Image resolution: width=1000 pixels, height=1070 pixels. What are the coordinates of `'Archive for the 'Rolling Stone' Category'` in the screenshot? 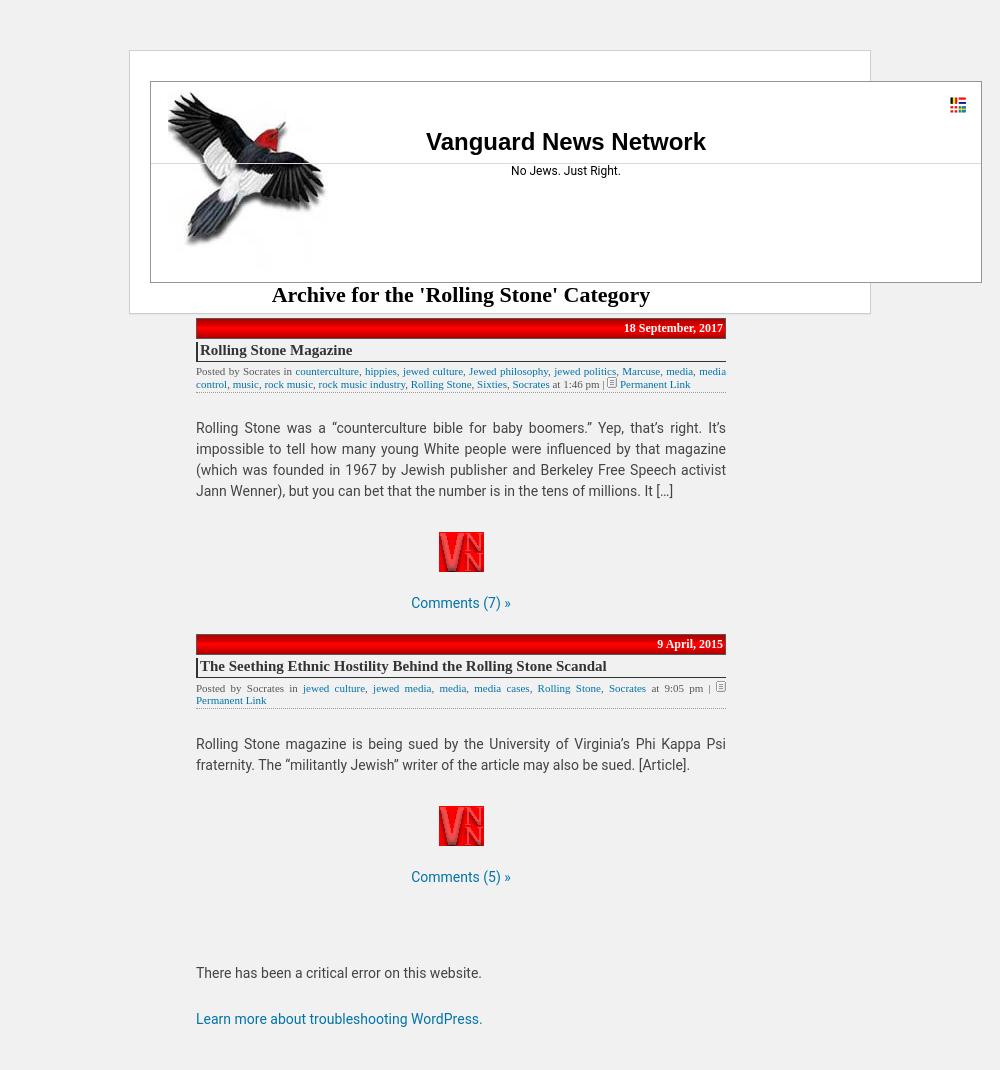 It's located at (459, 294).